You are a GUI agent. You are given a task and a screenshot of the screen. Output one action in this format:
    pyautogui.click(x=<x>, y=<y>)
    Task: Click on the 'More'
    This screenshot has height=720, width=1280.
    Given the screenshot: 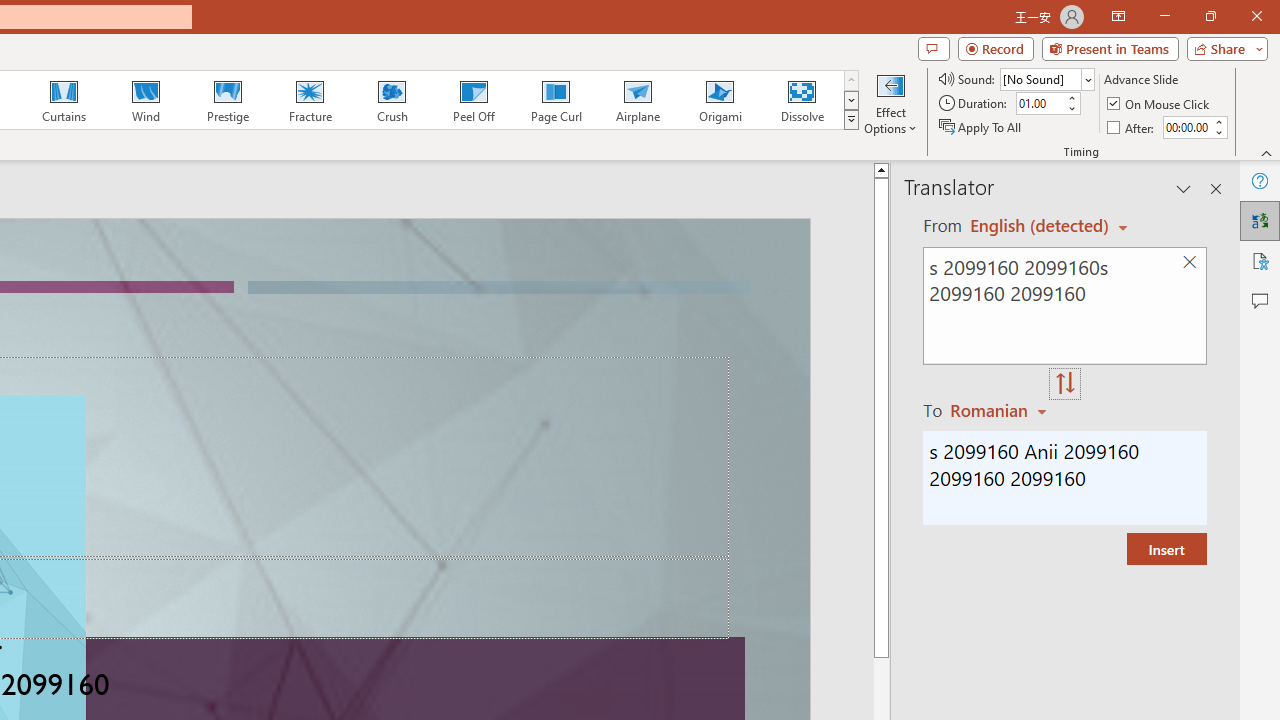 What is the action you would take?
    pyautogui.click(x=1217, y=121)
    